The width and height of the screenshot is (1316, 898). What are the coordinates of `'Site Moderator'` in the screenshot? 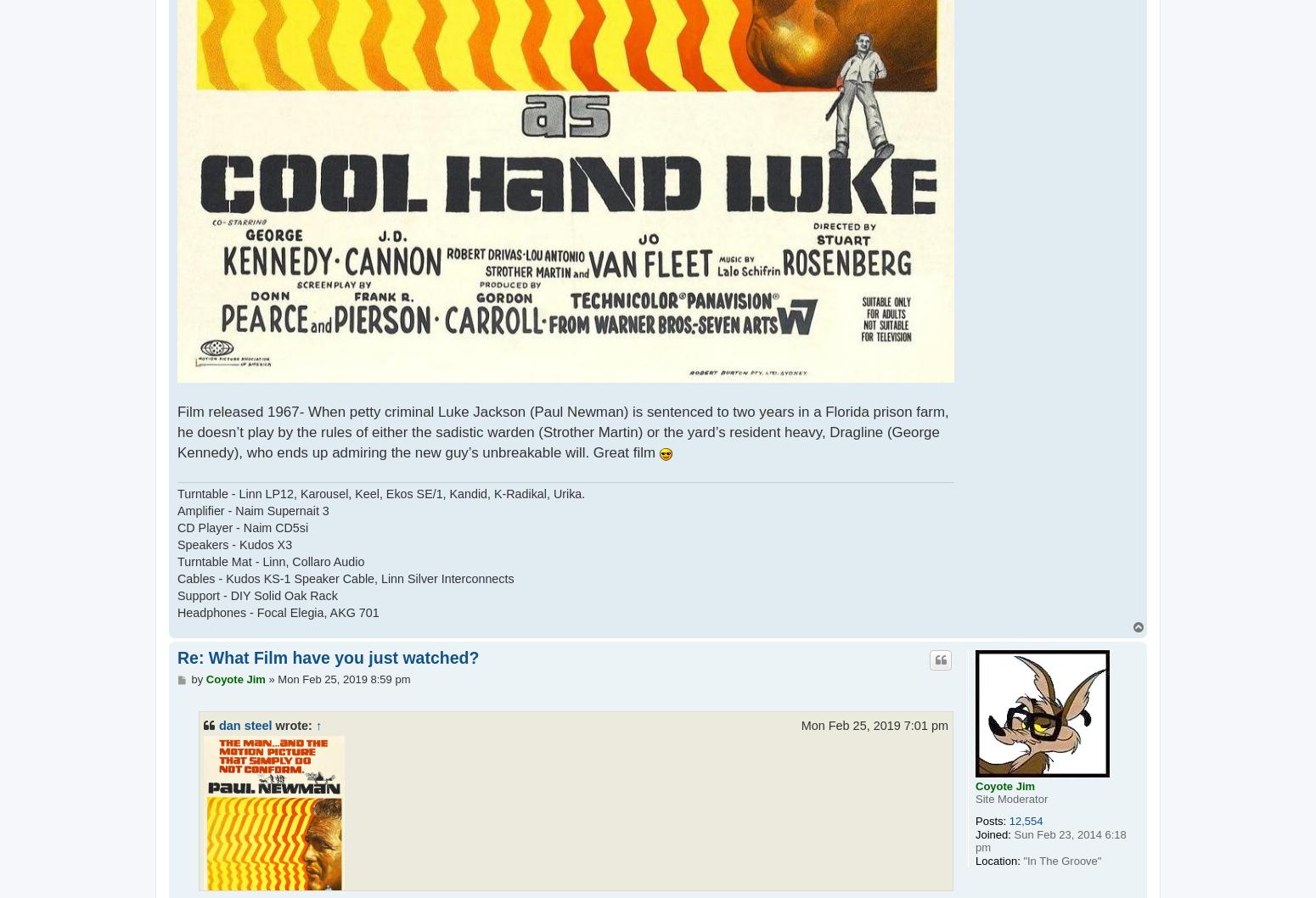 It's located at (975, 799).